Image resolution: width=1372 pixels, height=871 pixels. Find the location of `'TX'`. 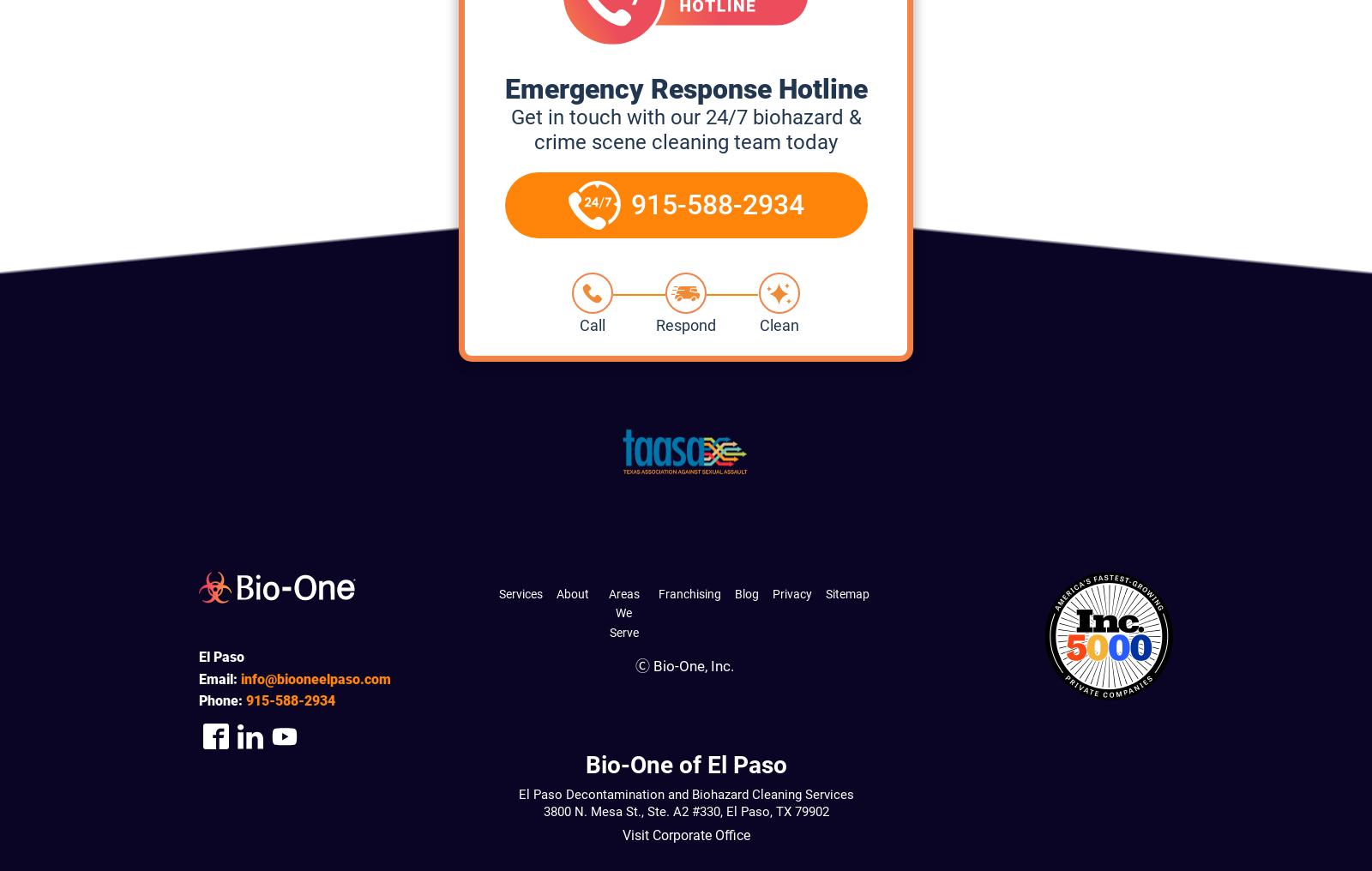

'TX' is located at coordinates (781, 811).